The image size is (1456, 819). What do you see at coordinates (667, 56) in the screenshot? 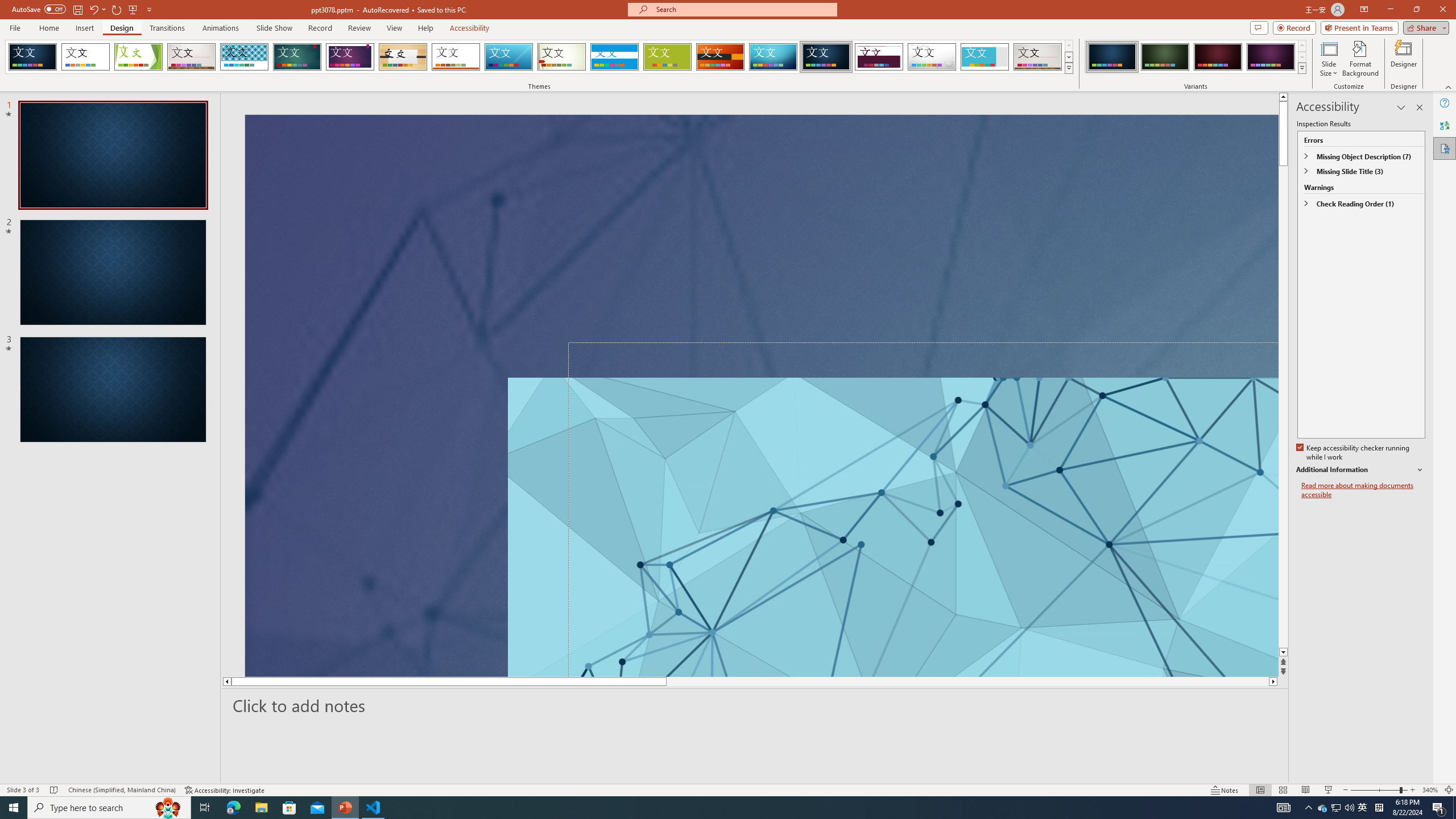
I see `'Basis'` at bounding box center [667, 56].